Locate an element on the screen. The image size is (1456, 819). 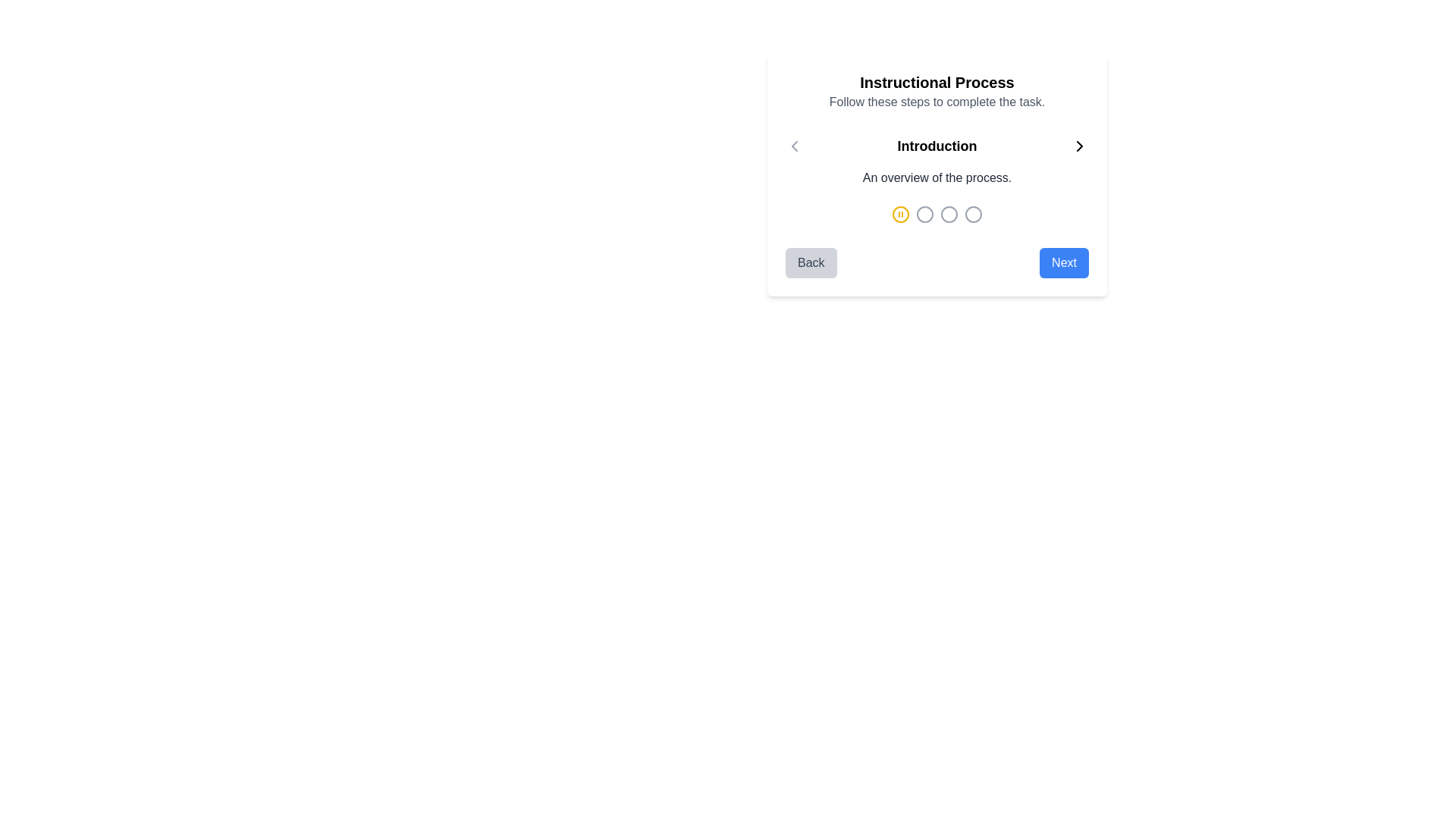
the first circular icon in the progress indicator, which serves as a visual indicator for the current step in the navigation process is located at coordinates (901, 214).